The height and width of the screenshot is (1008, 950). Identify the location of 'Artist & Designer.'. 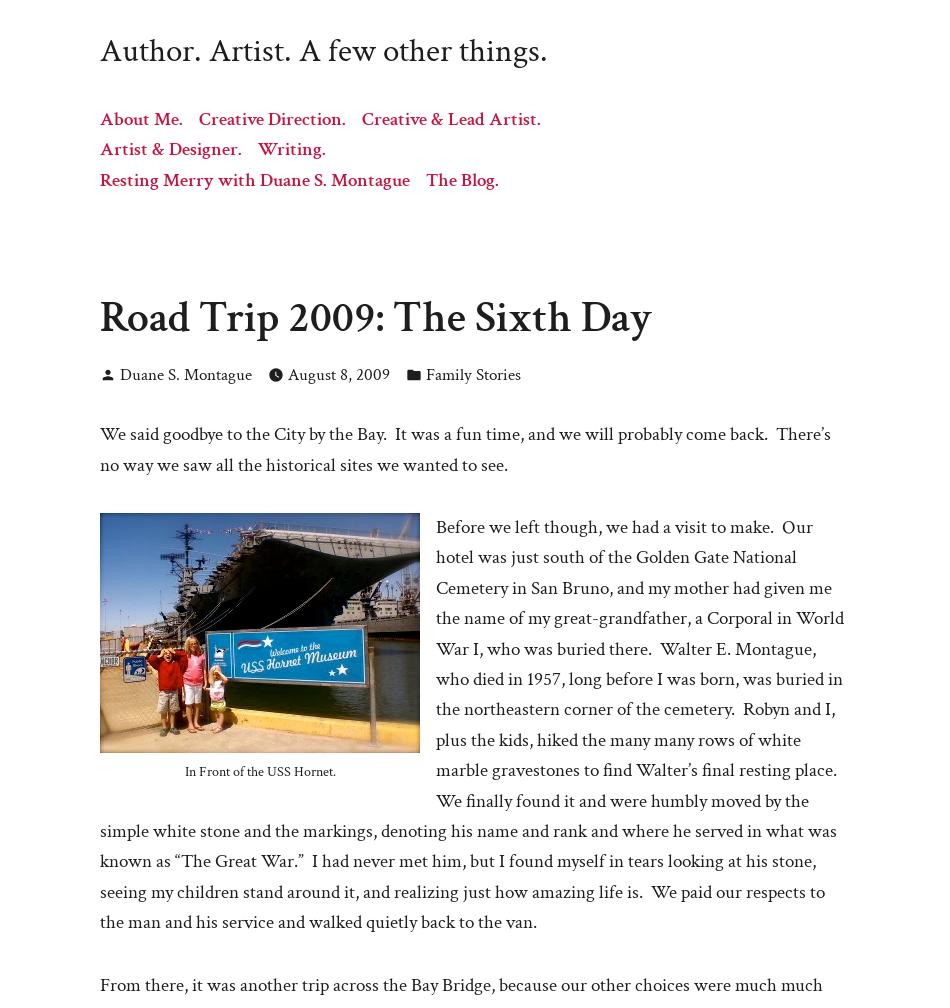
(171, 149).